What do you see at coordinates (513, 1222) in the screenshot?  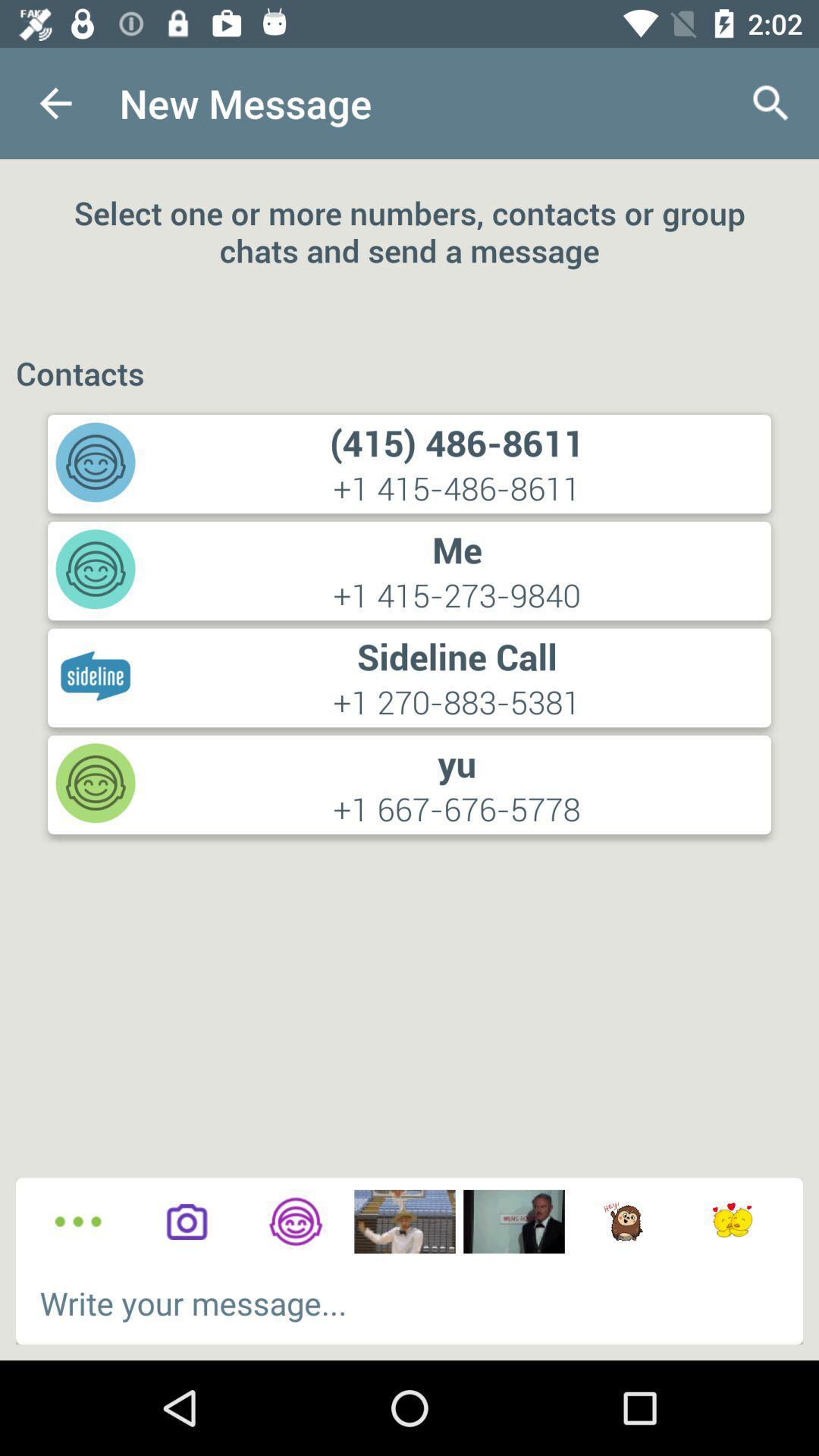 I see `images to chat` at bounding box center [513, 1222].